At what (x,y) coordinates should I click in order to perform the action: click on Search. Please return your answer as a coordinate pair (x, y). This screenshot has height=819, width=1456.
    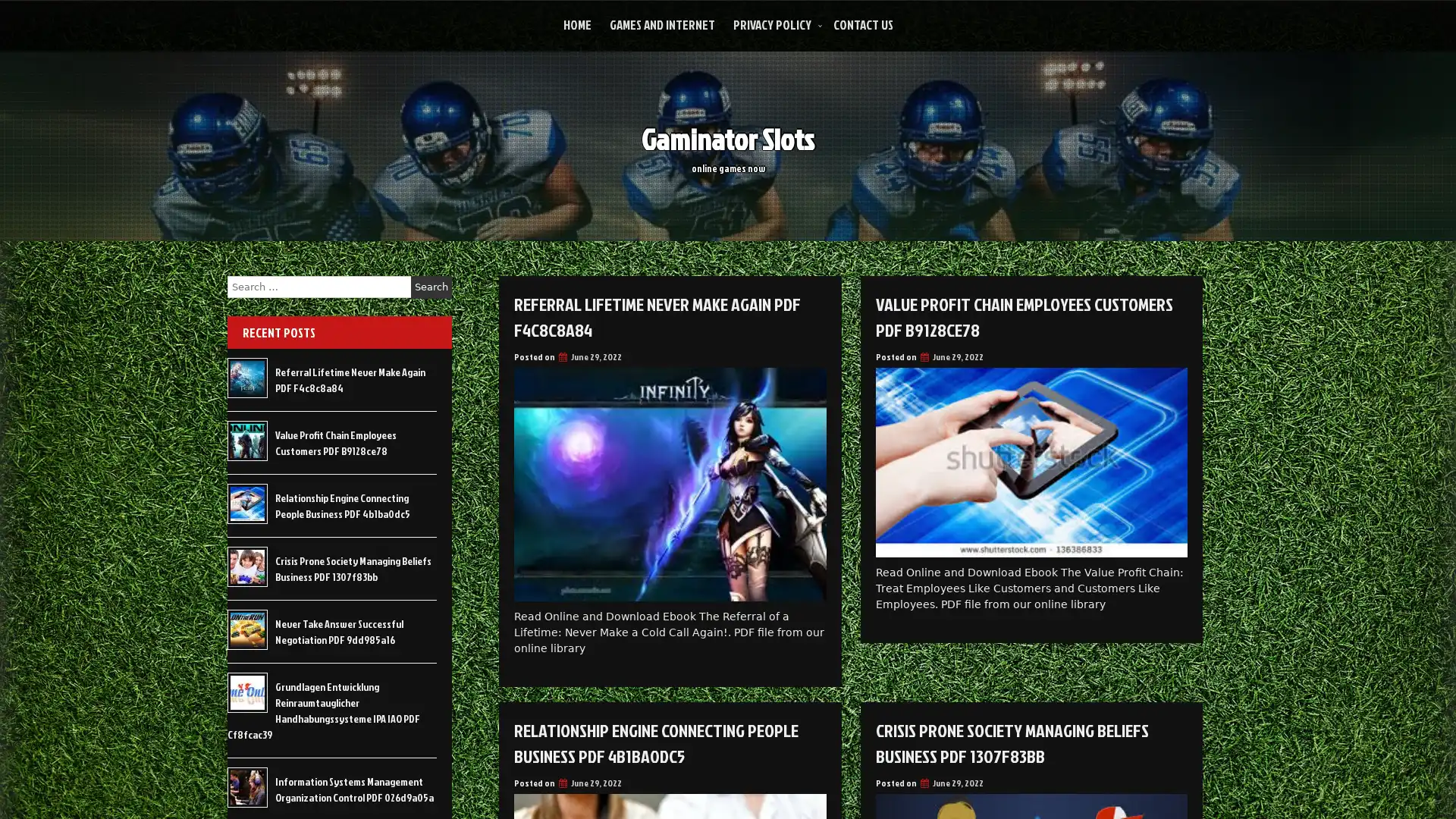
    Looking at the image, I should click on (431, 287).